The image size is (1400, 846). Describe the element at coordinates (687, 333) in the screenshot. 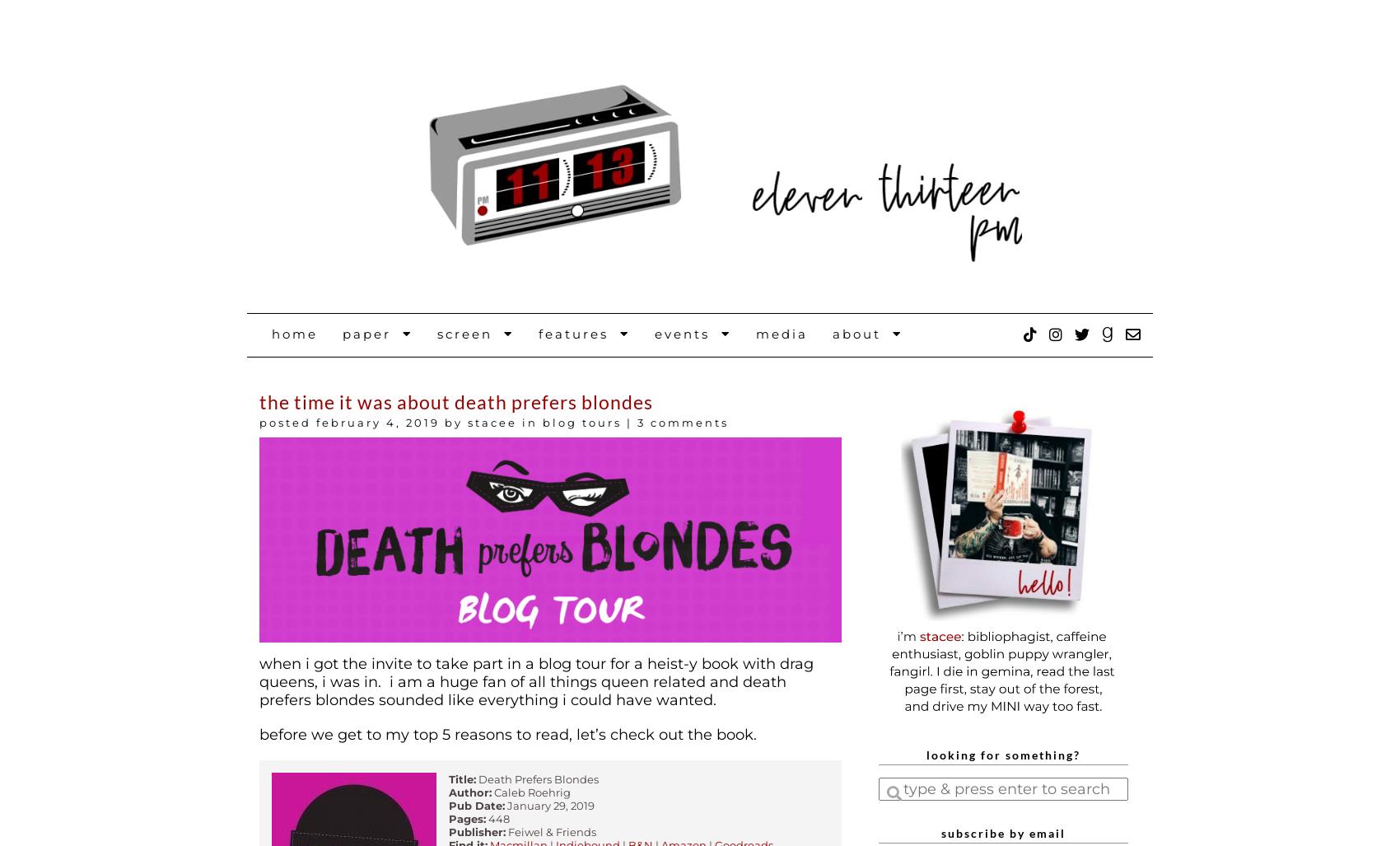

I see `'Events'` at that location.